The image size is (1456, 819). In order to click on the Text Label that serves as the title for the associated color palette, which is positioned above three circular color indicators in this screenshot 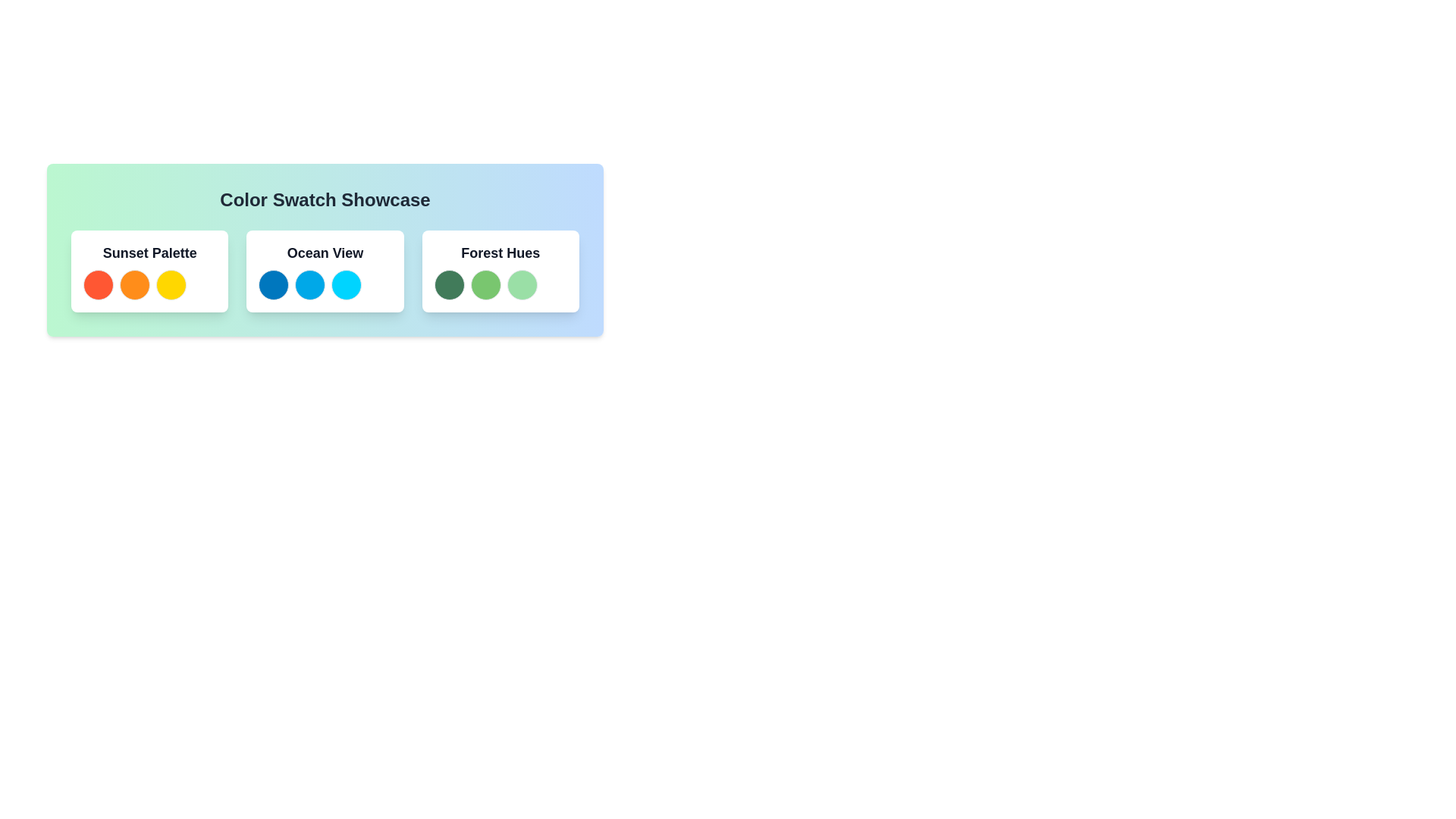, I will do `click(324, 253)`.